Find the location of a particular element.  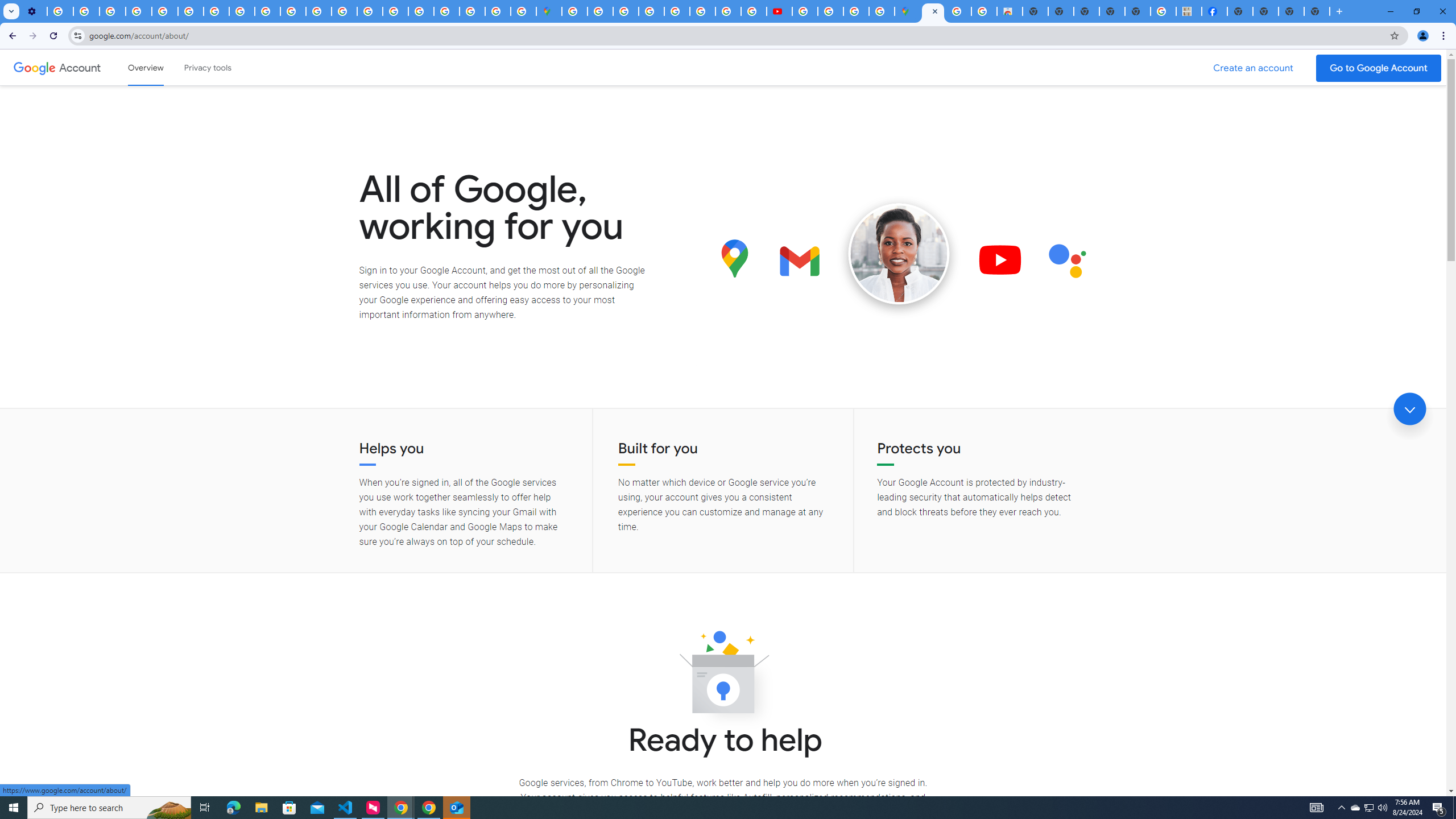

'Miley Cyrus | Facebook' is located at coordinates (1214, 11).